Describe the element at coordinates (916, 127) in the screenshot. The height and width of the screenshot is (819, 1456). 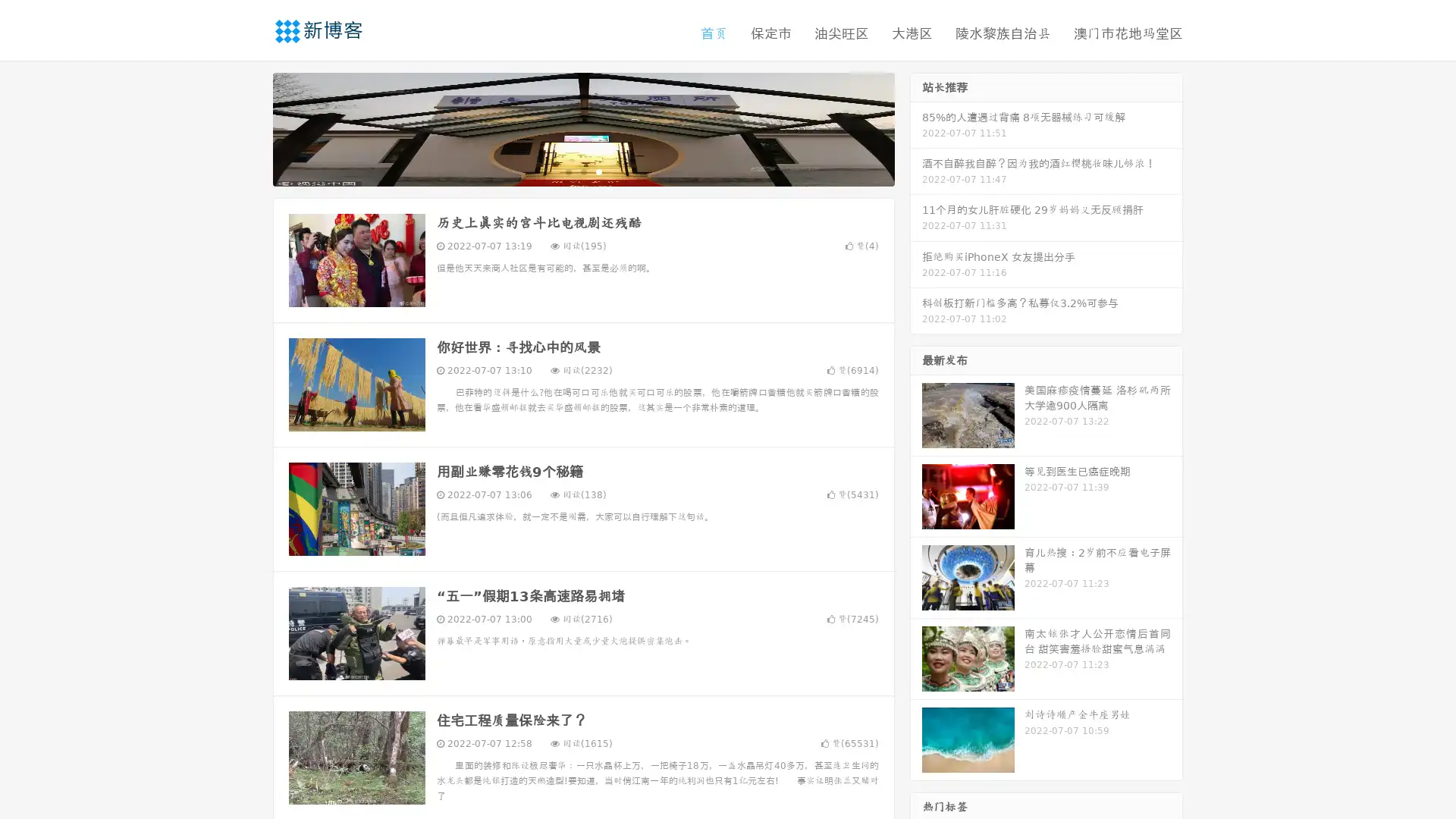
I see `Next slide` at that location.